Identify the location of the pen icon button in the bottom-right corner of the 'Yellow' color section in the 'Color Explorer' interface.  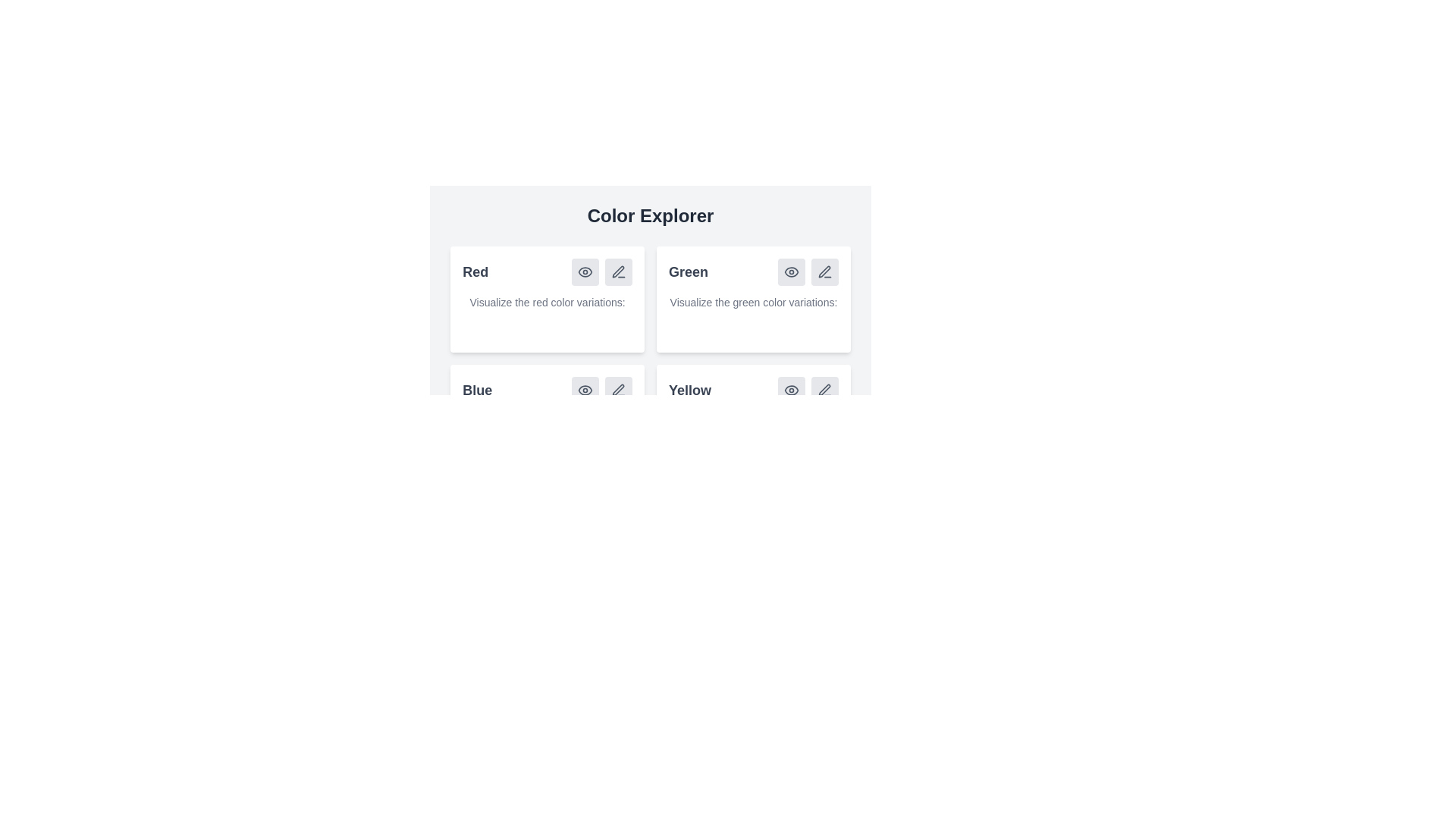
(824, 389).